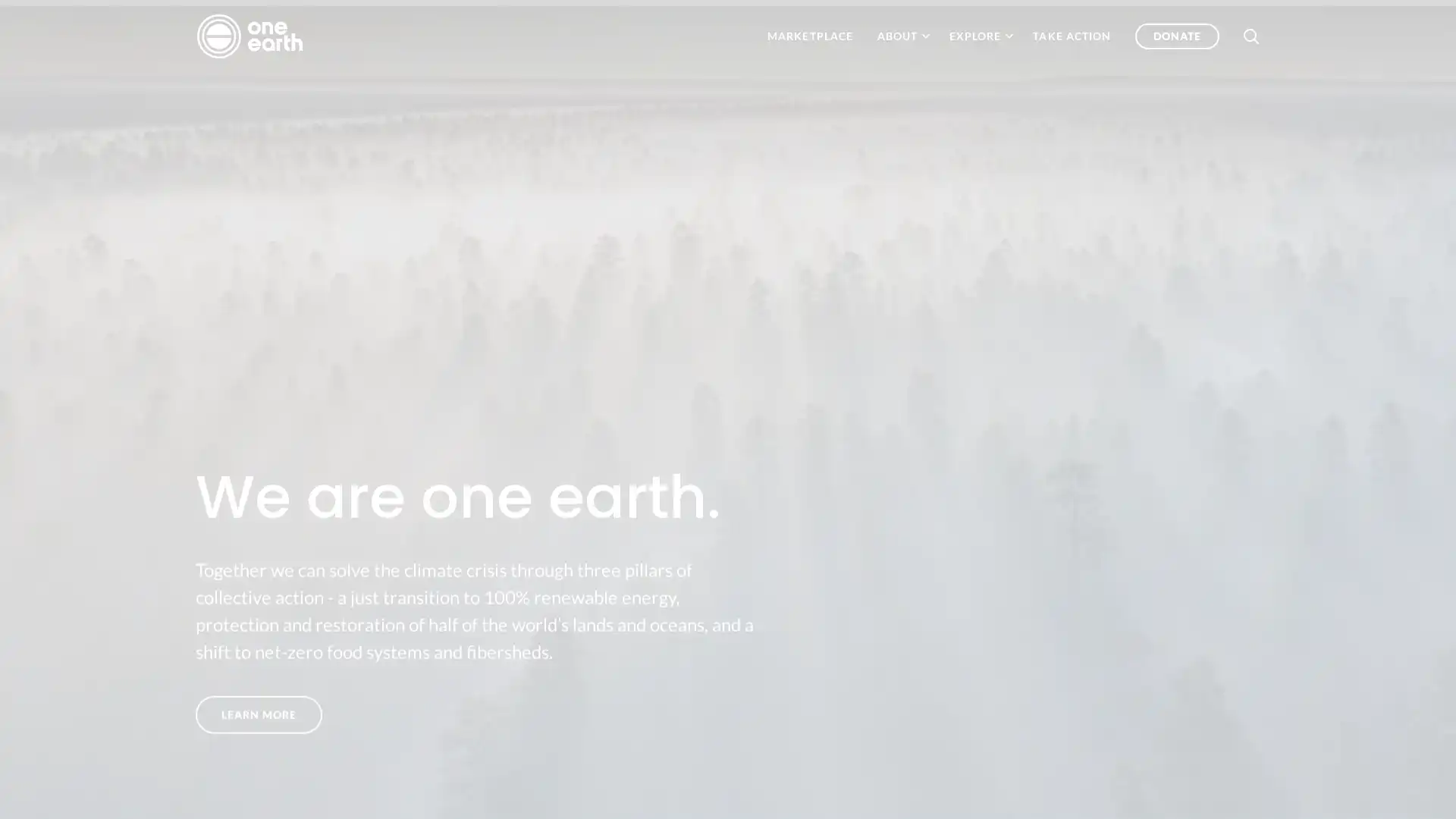  Describe the element at coordinates (1390, 788) in the screenshot. I see `Accept All` at that location.